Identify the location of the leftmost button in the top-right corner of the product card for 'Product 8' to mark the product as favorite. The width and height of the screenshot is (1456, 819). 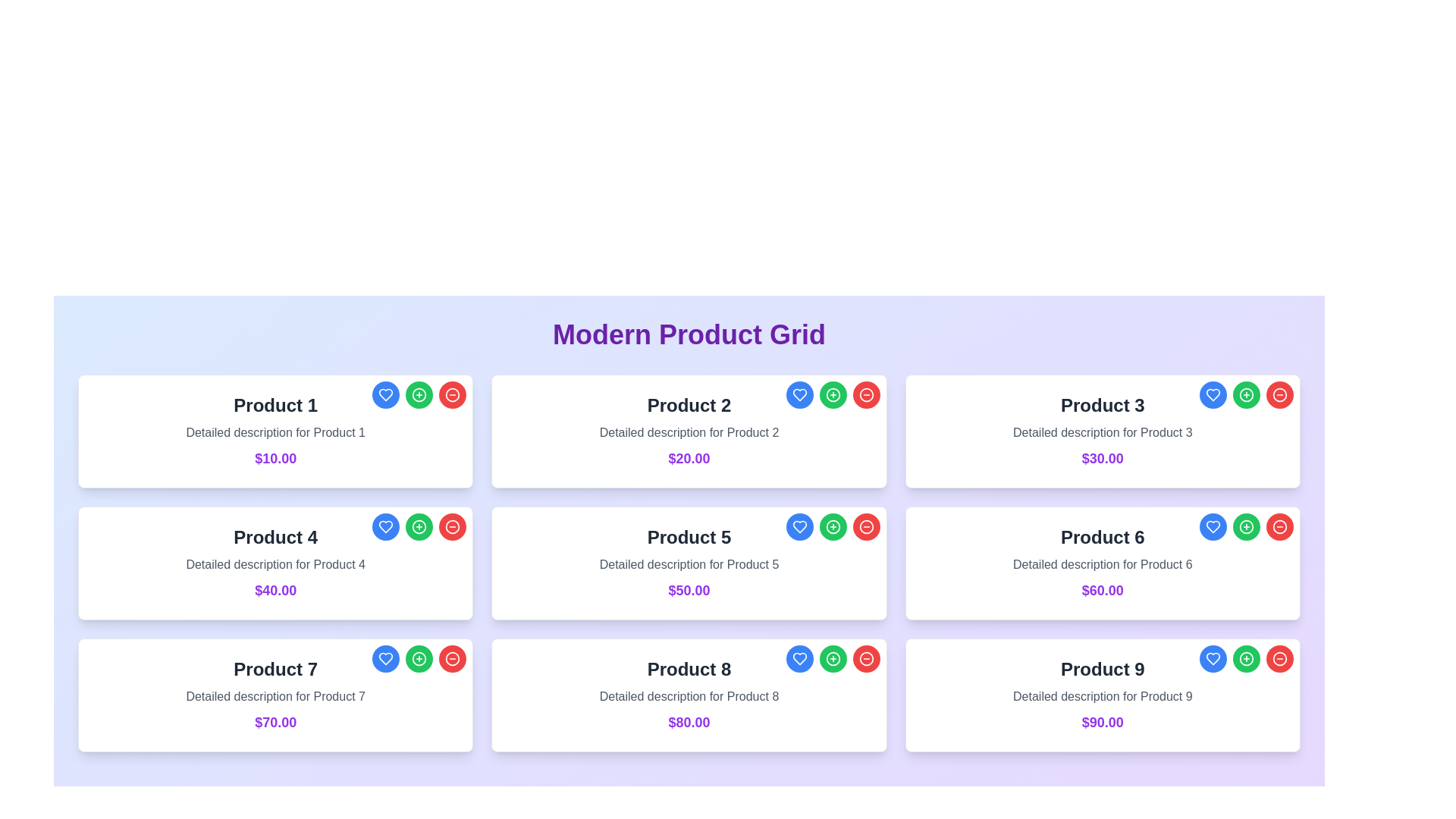
(799, 657).